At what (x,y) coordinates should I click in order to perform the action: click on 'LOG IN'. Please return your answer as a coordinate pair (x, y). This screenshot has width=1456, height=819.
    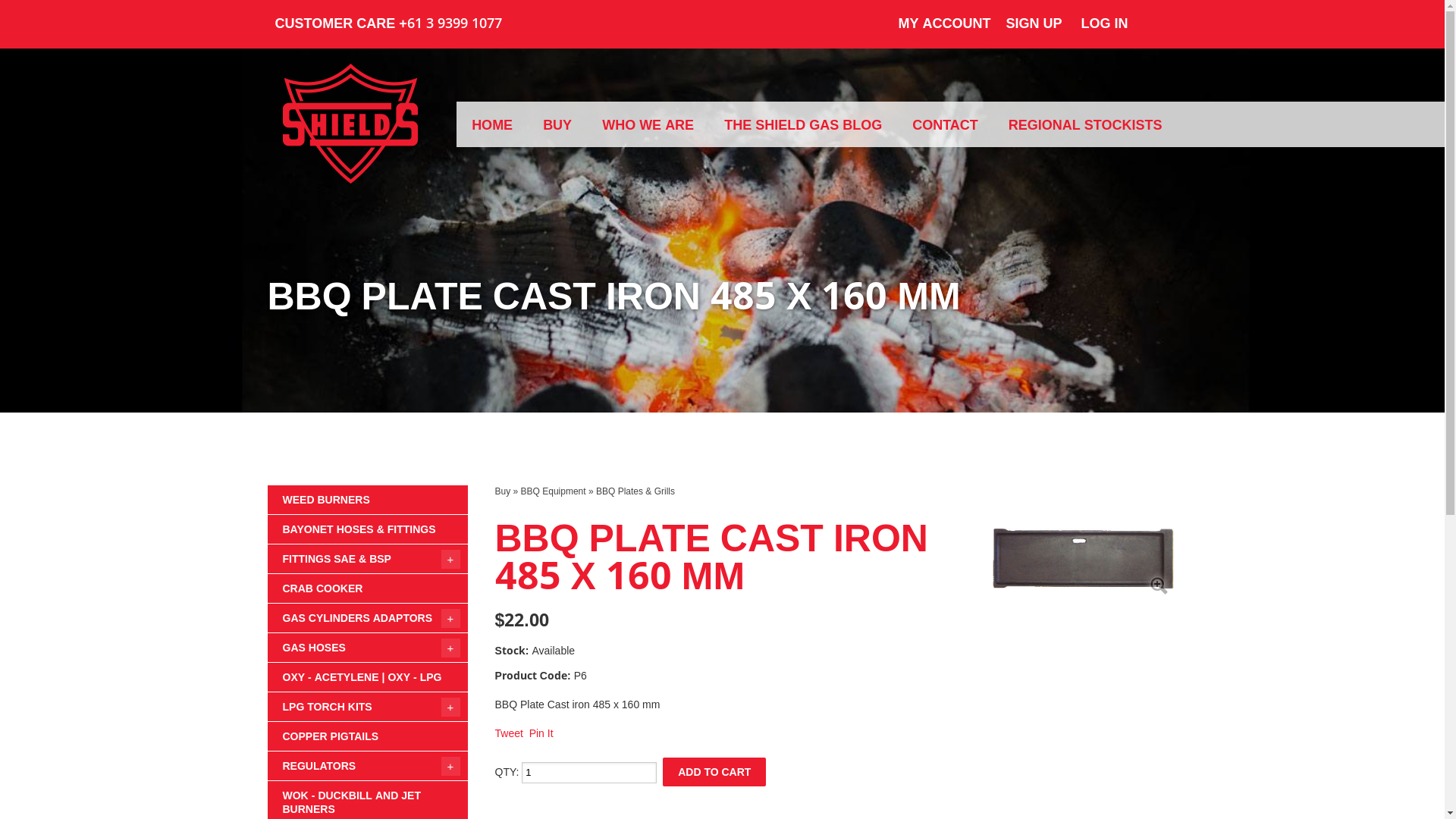
    Looking at the image, I should click on (1114, 23).